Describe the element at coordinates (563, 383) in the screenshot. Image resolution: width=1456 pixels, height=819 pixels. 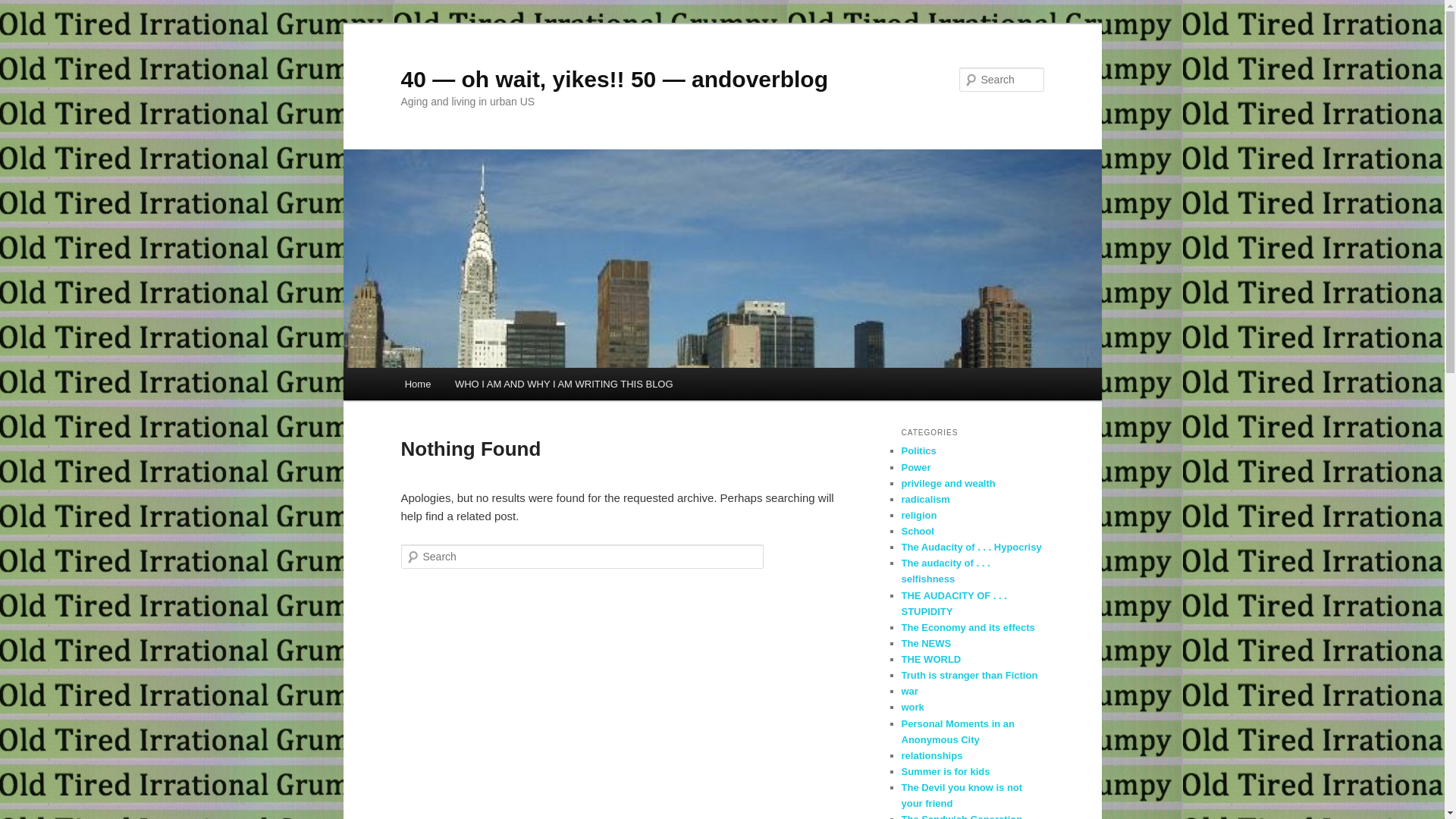
I see `'WHO I AM AND WHY I AM WRITING THIS BLOG'` at that location.